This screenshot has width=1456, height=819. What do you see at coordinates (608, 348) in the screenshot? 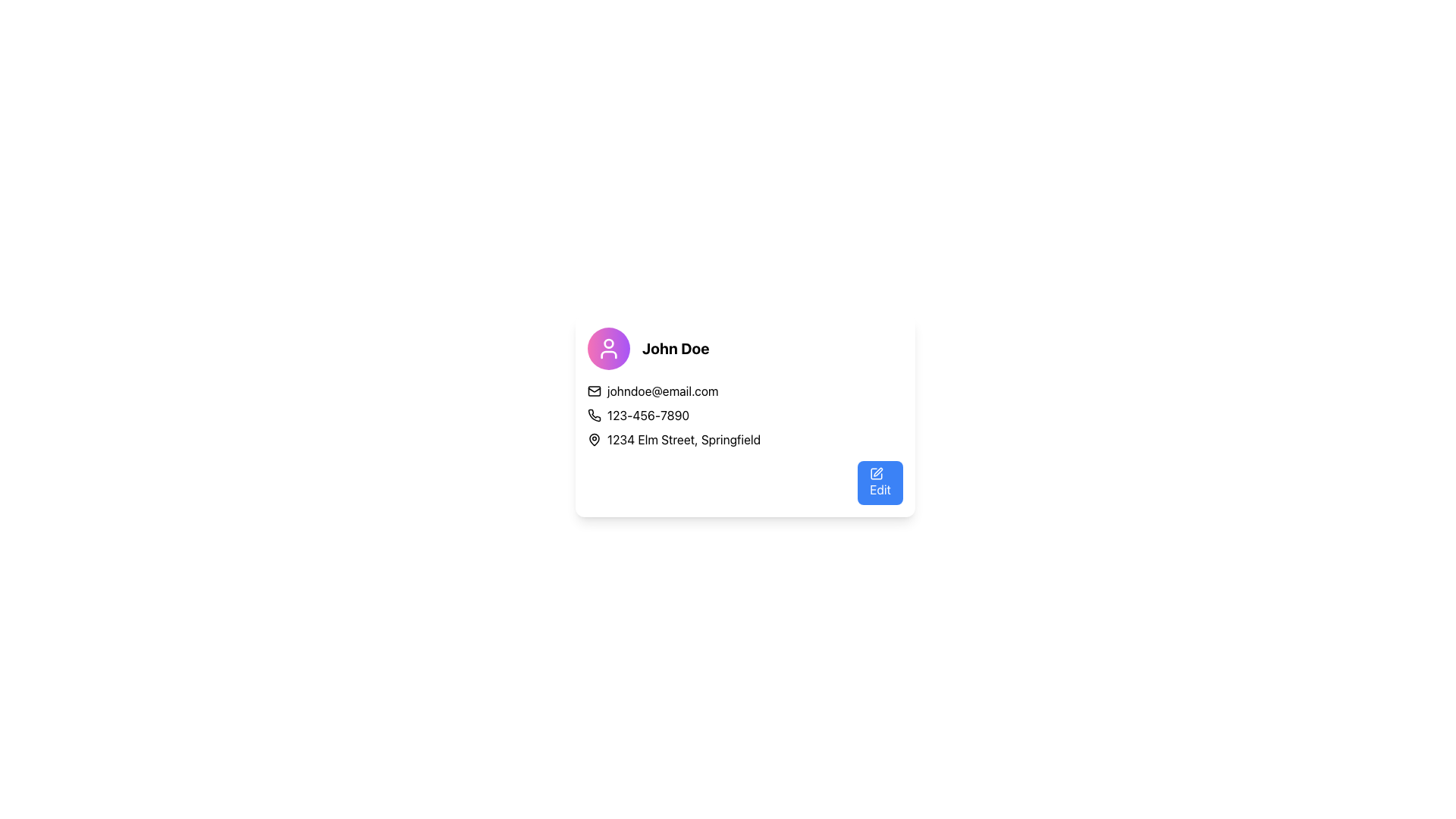
I see `the circular decorative icon with a gradient background and a white user icon in the center, located to the left of the text 'John Doe' on the profile card` at bounding box center [608, 348].